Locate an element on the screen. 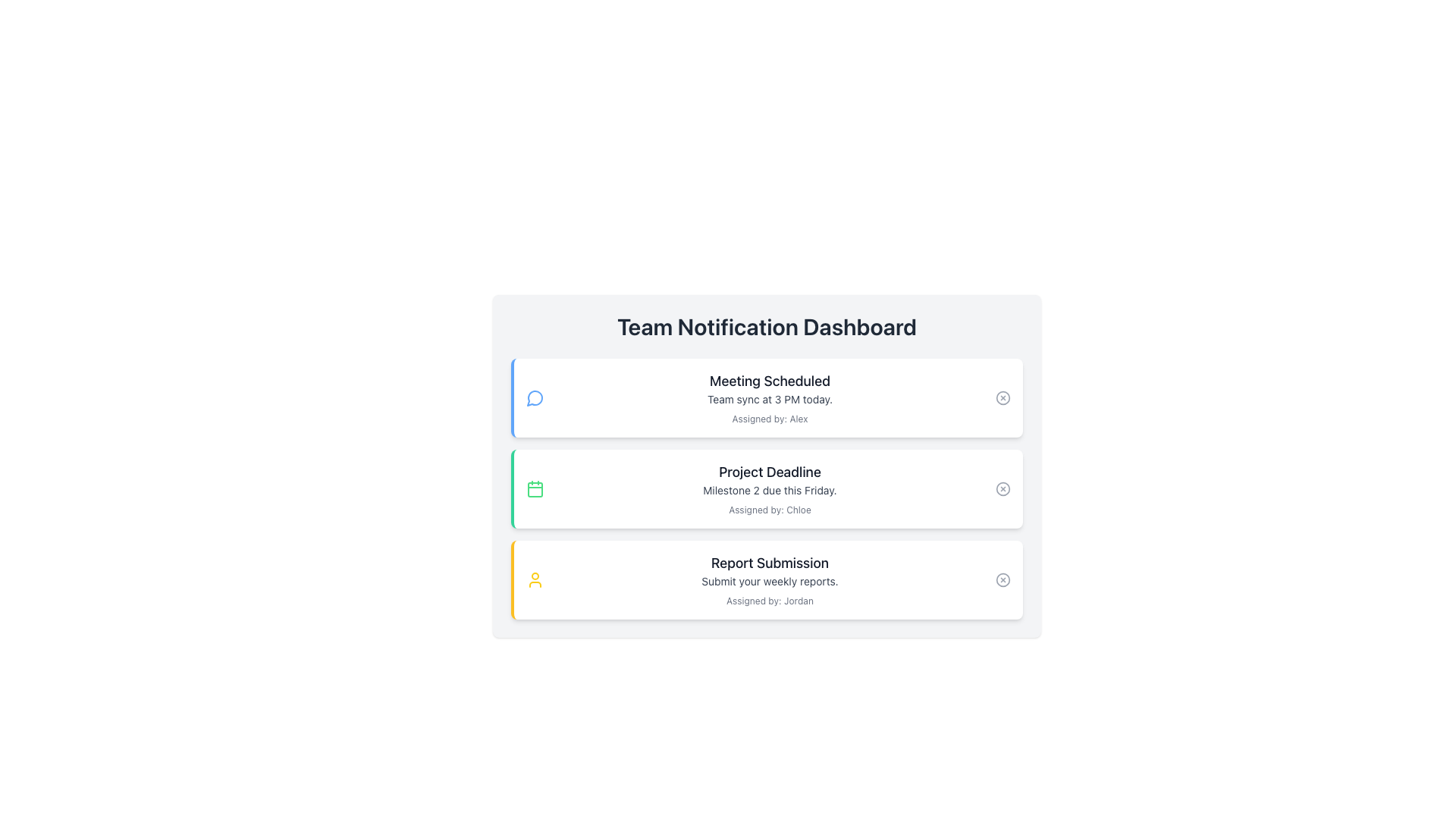  the small-sized light gray text displaying 'Assigned by: Alex', located beneath the primary description in the first notification card of the 'Team Notification Dashboard' is located at coordinates (770, 419).